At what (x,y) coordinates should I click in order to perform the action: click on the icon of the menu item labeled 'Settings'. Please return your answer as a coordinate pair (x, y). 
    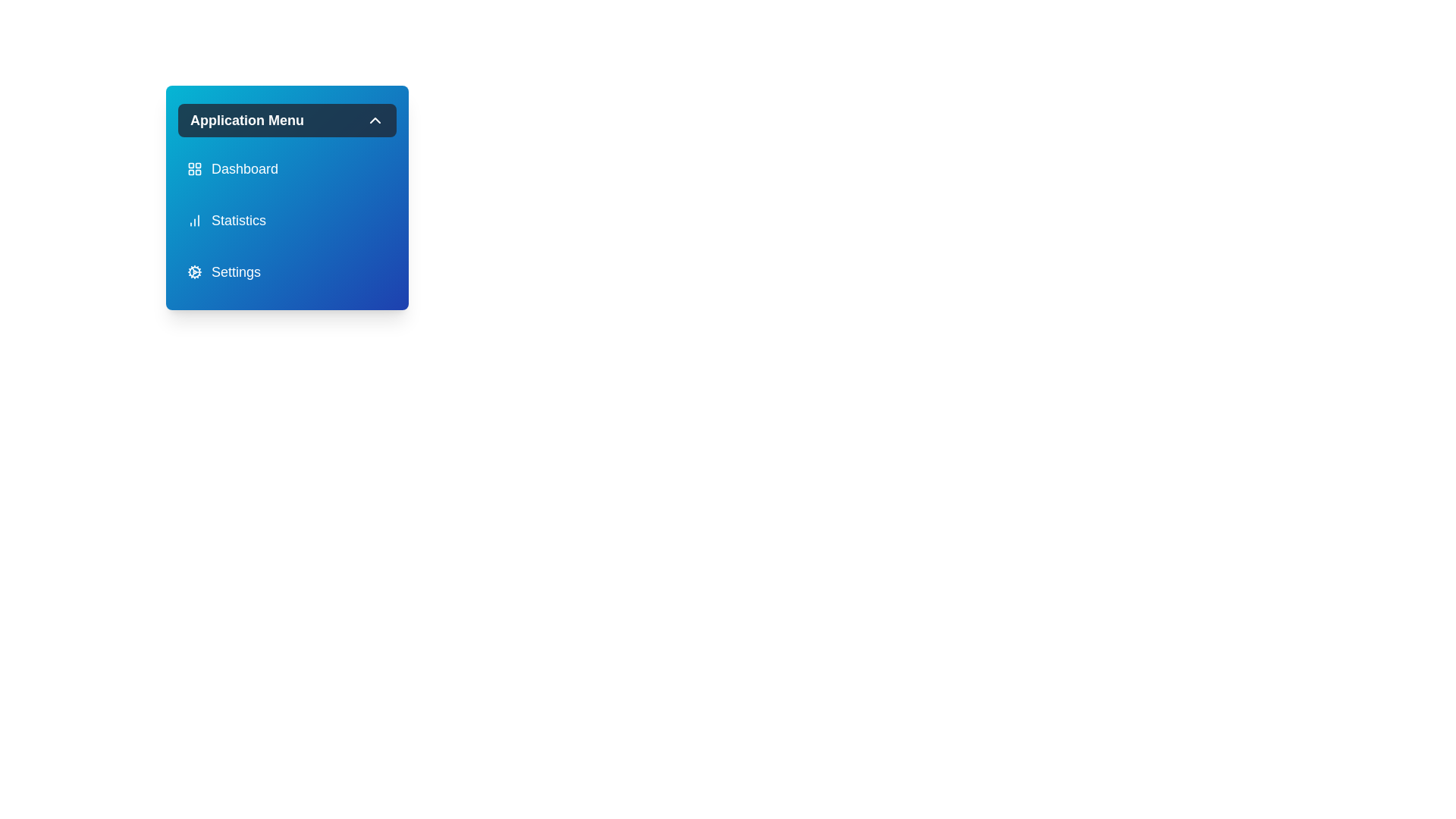
    Looking at the image, I should click on (194, 271).